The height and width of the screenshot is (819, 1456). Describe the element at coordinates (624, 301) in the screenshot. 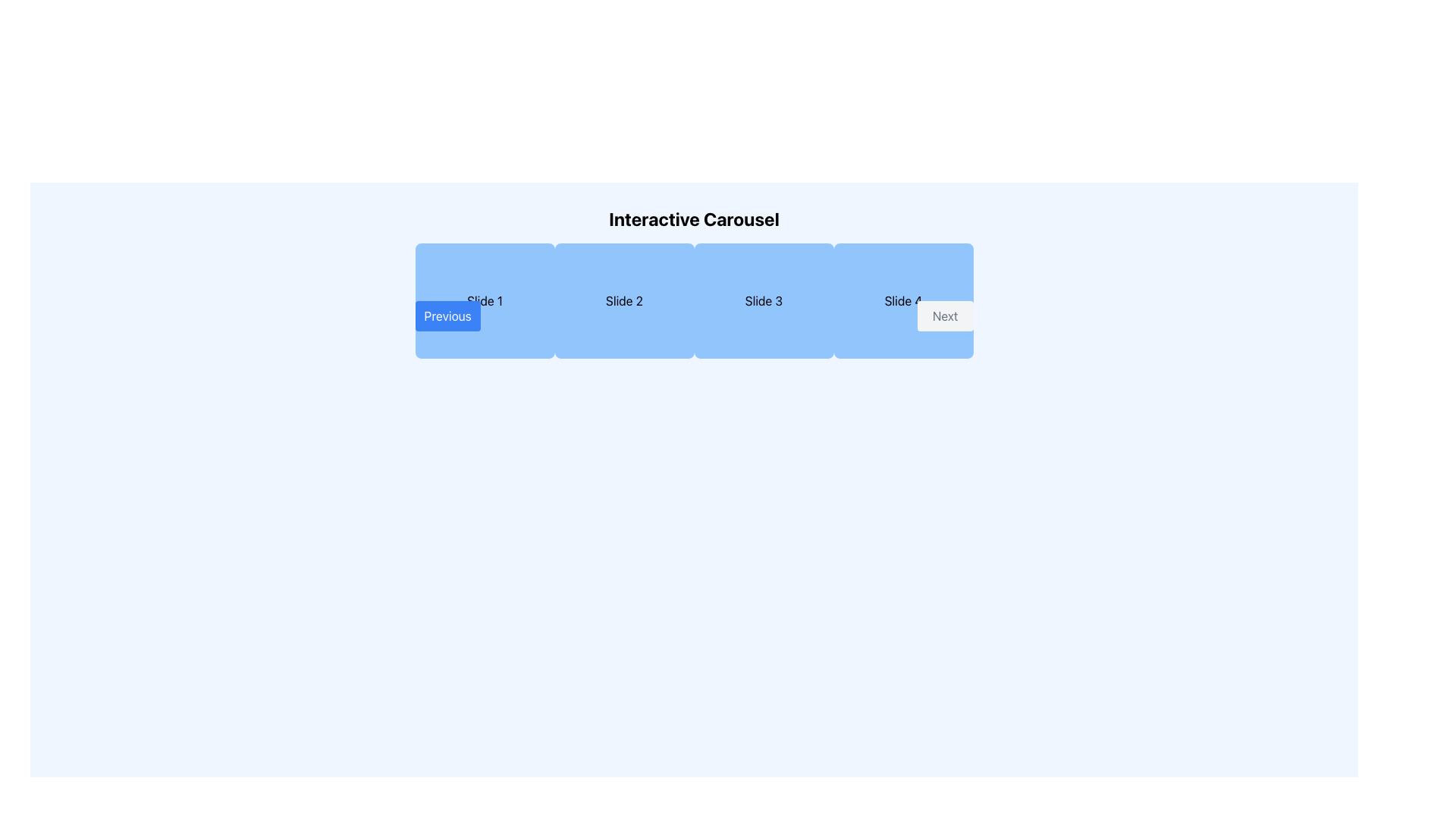

I see `the Static informational block with a blue background and centered text 'Slide 2', which is the second item in a sequence of four horizontally aligned components` at that location.